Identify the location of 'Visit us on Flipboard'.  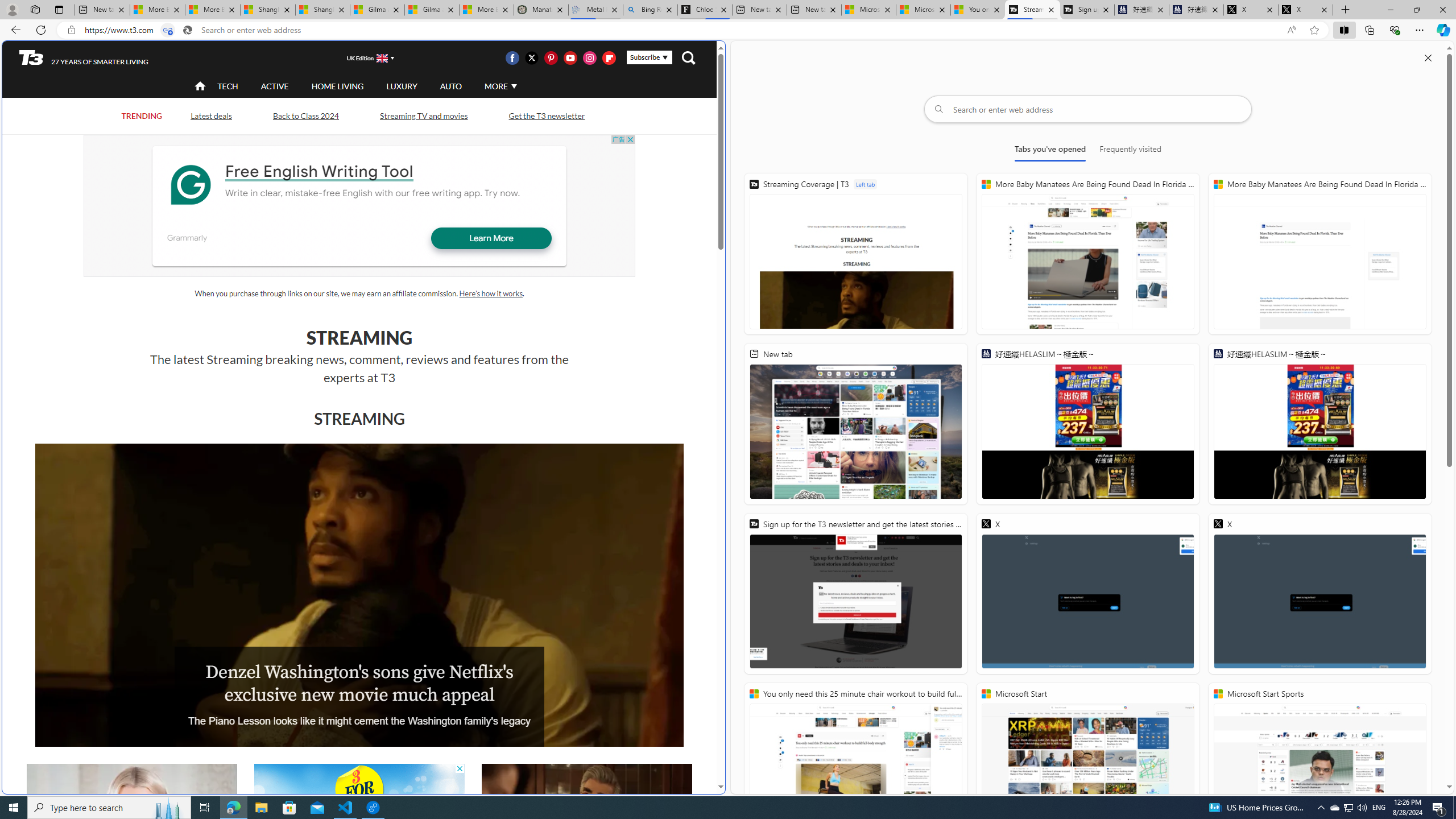
(609, 57).